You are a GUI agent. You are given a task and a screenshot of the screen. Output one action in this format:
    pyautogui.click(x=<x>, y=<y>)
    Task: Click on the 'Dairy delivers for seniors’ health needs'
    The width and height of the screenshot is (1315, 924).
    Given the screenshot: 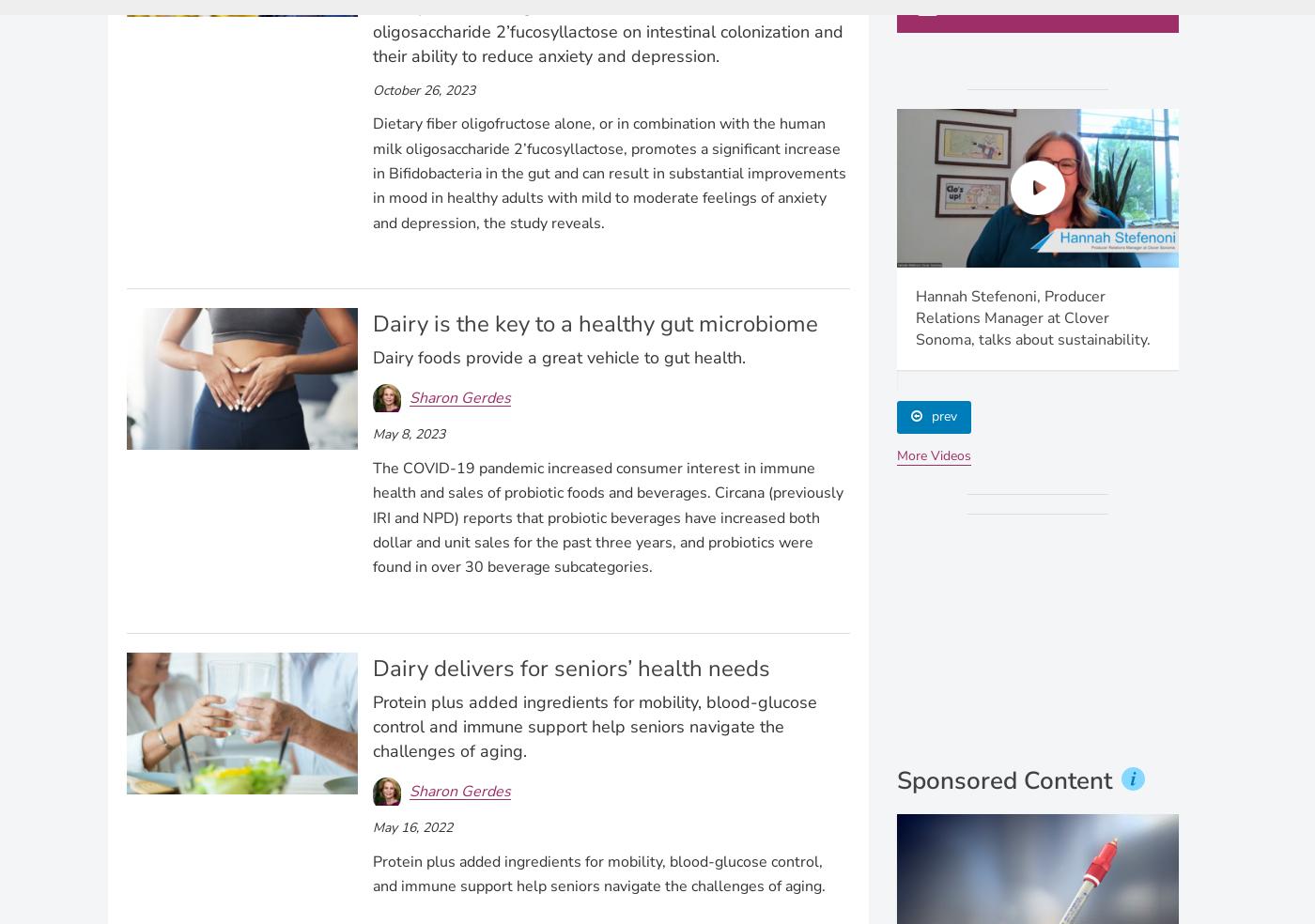 What is the action you would take?
    pyautogui.click(x=570, y=669)
    